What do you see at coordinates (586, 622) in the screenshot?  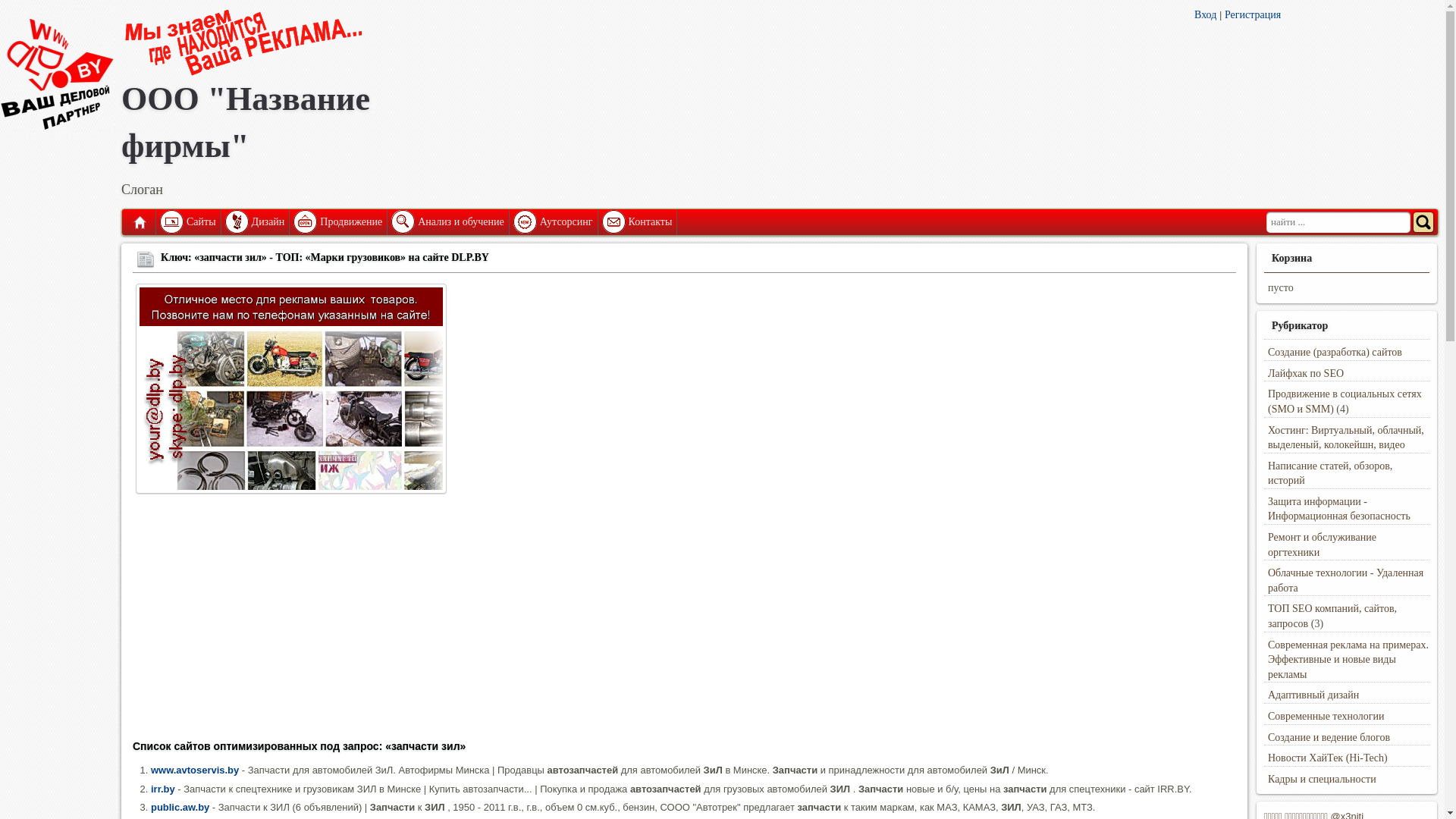 I see `'Advertisement'` at bounding box center [586, 622].